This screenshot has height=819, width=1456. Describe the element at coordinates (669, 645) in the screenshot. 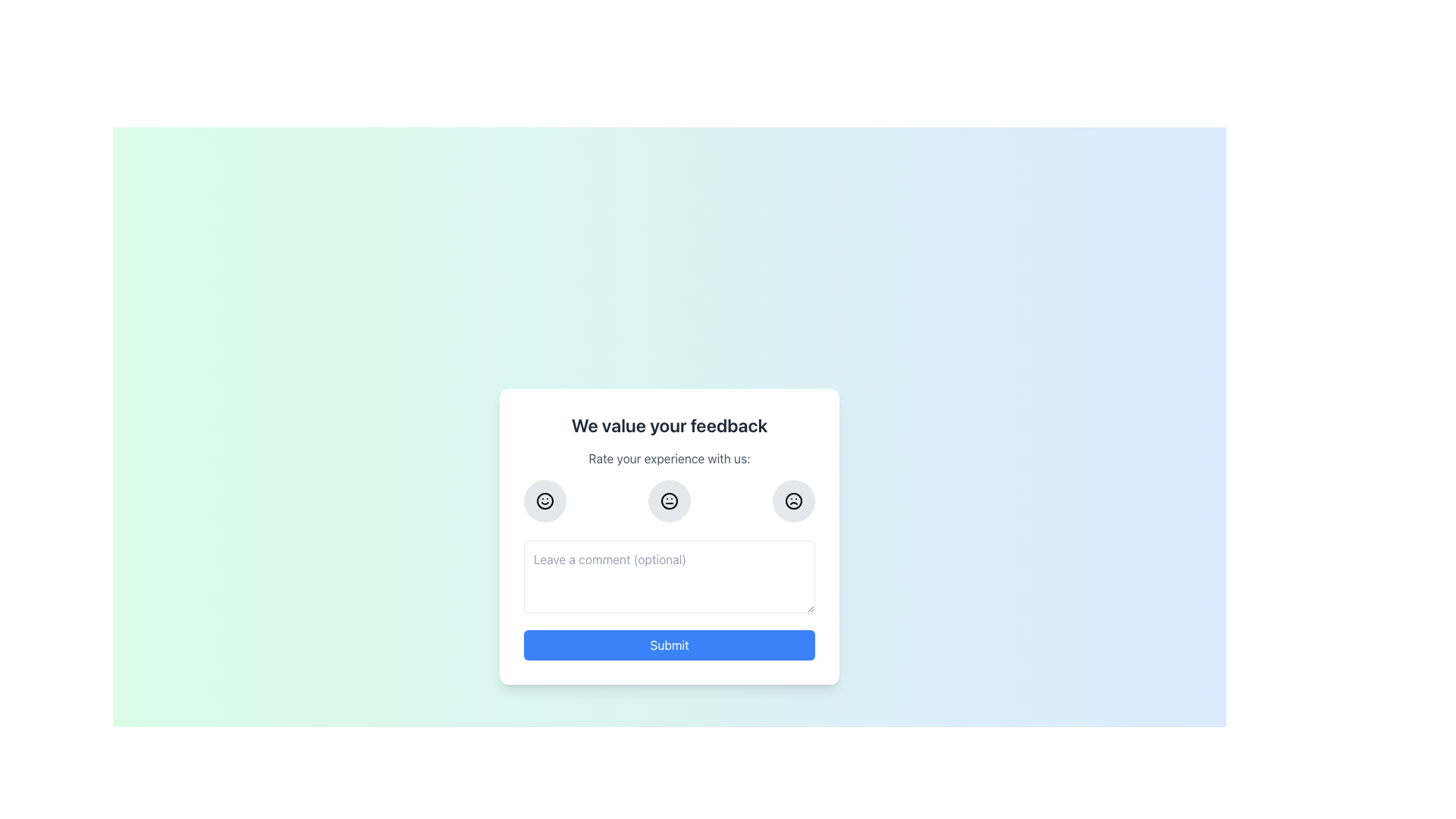

I see `the 'Submit' button, which is a rounded button with white text on a blue background, located at the bottom of the panel` at that location.